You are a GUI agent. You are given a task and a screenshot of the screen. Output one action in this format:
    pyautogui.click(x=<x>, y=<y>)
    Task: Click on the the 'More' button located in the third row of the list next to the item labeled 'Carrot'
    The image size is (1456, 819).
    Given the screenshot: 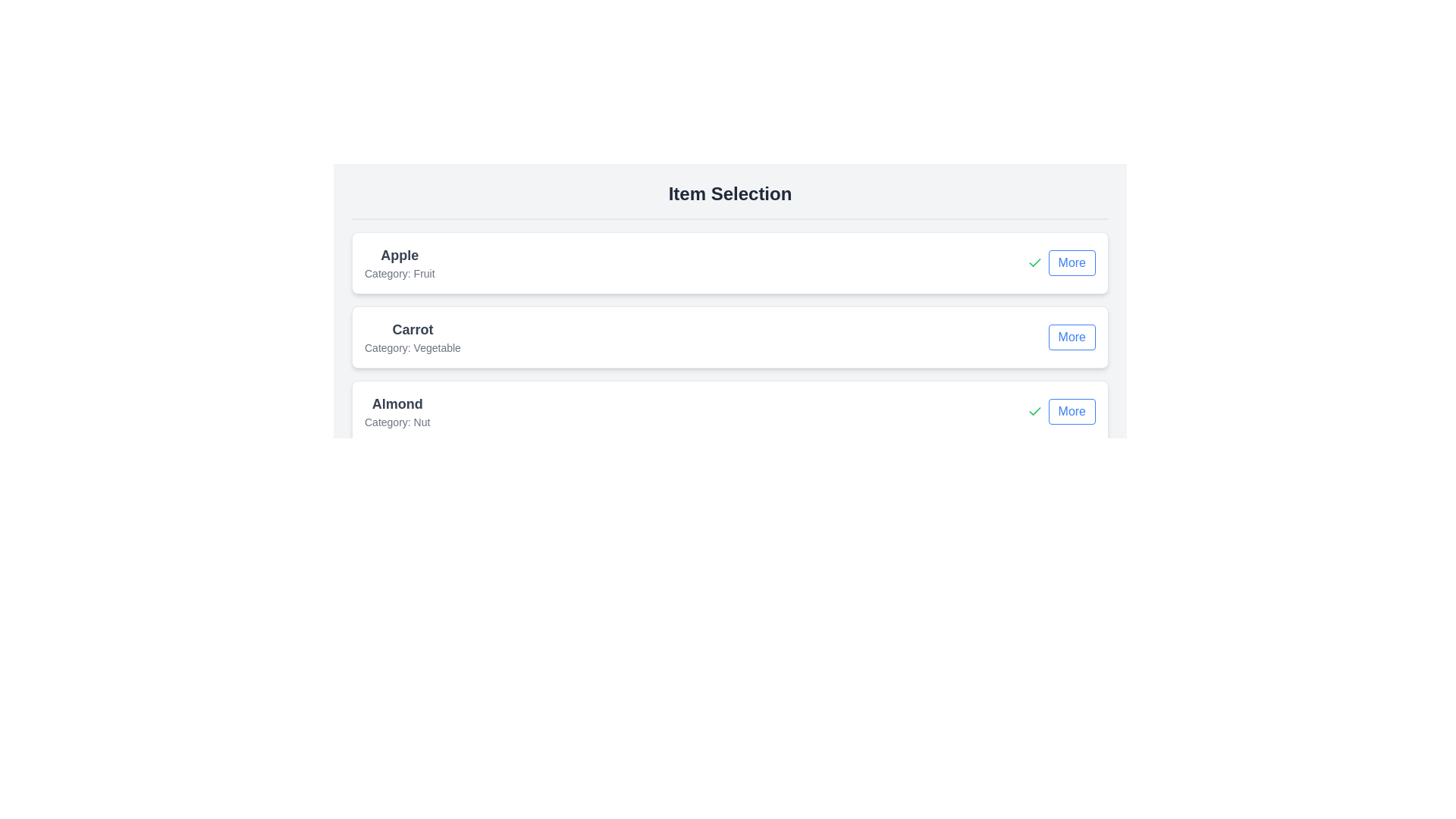 What is the action you would take?
    pyautogui.click(x=1071, y=336)
    